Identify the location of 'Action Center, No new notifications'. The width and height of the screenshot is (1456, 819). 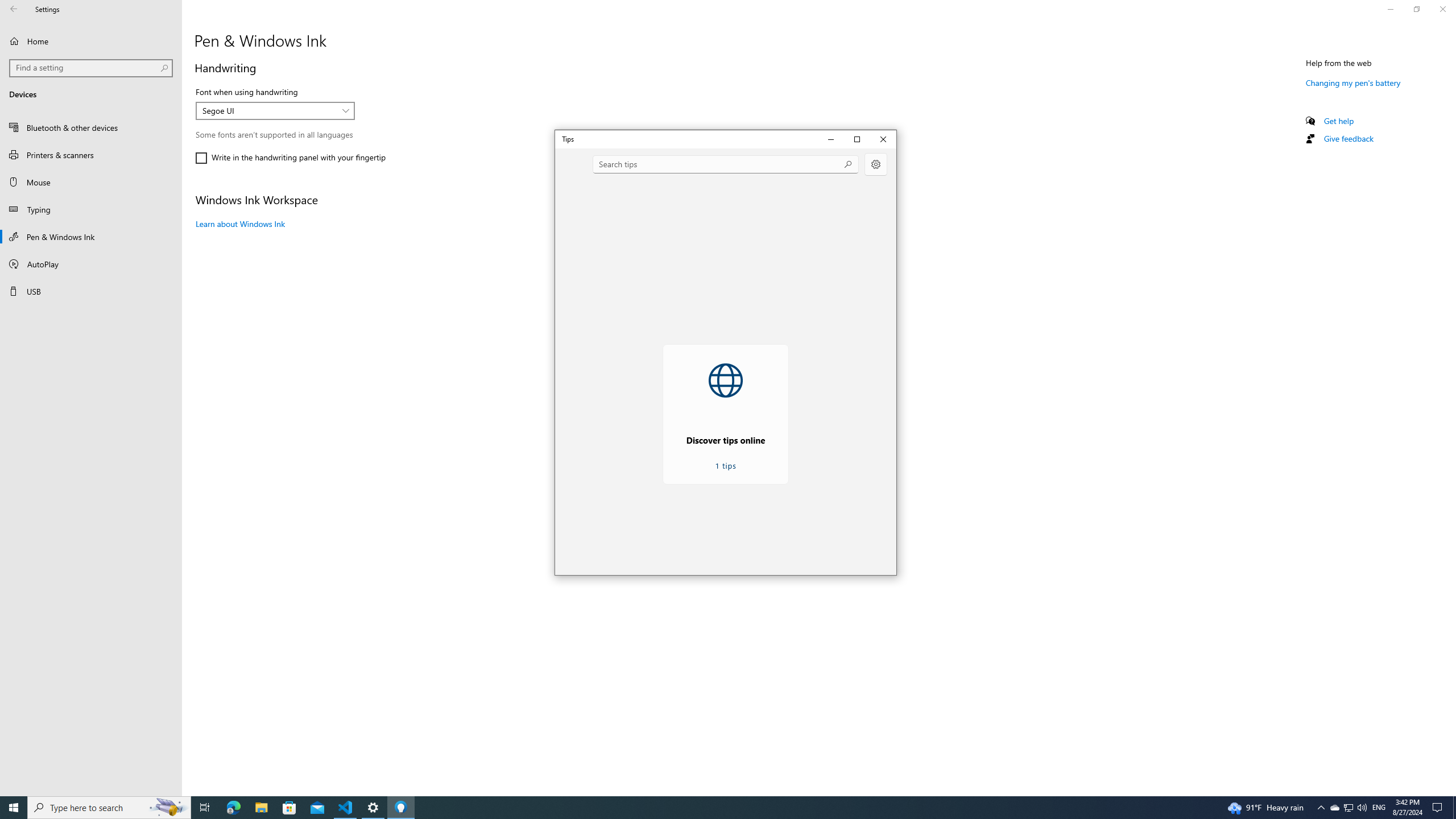
(1439, 806).